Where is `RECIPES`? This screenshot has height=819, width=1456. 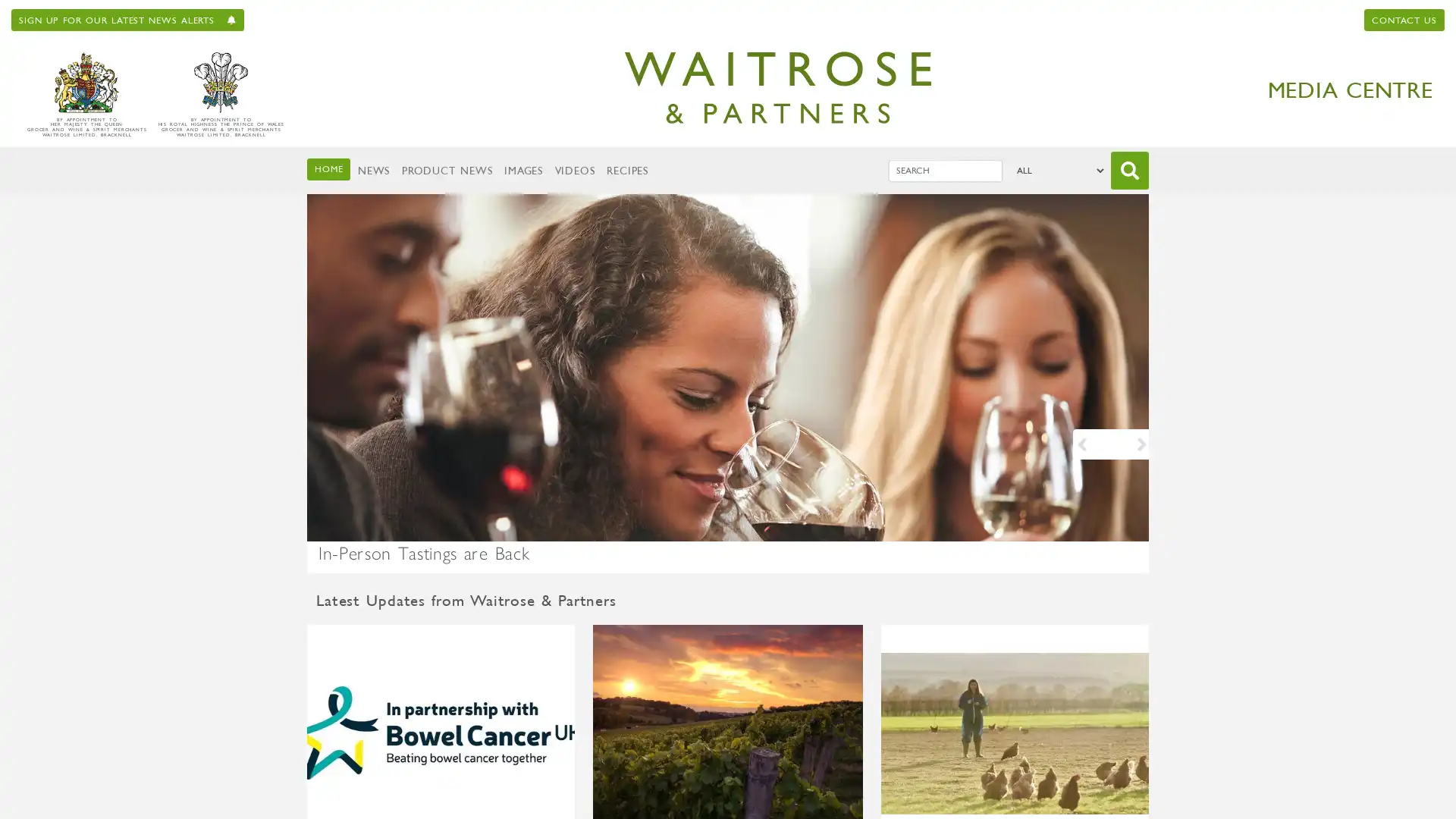 RECIPES is located at coordinates (627, 170).